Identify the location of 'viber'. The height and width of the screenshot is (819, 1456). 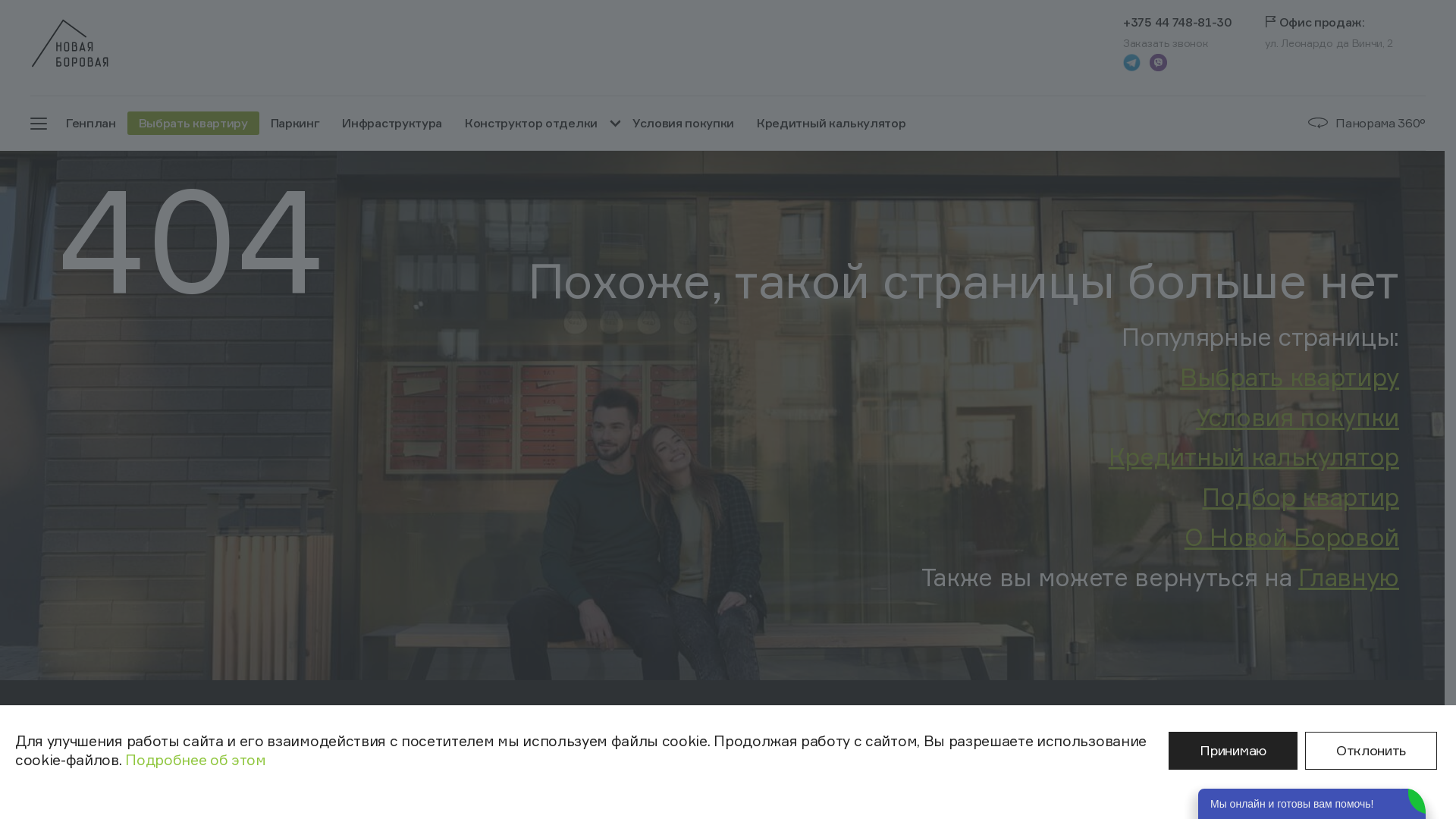
(1150, 61).